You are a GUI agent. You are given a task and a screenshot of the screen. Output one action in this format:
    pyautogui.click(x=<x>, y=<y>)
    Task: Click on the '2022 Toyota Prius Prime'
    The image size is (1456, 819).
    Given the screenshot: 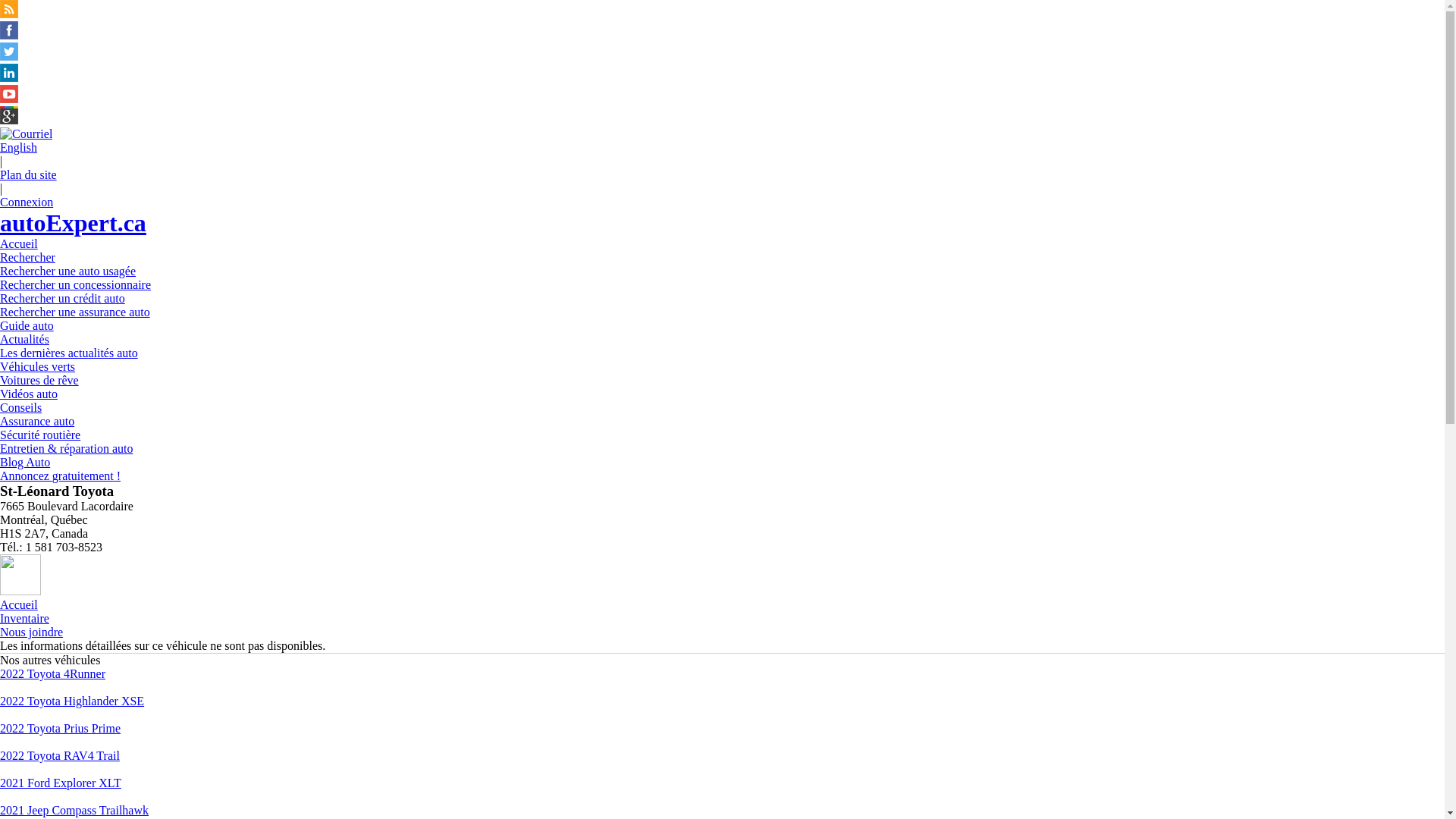 What is the action you would take?
    pyautogui.click(x=60, y=727)
    